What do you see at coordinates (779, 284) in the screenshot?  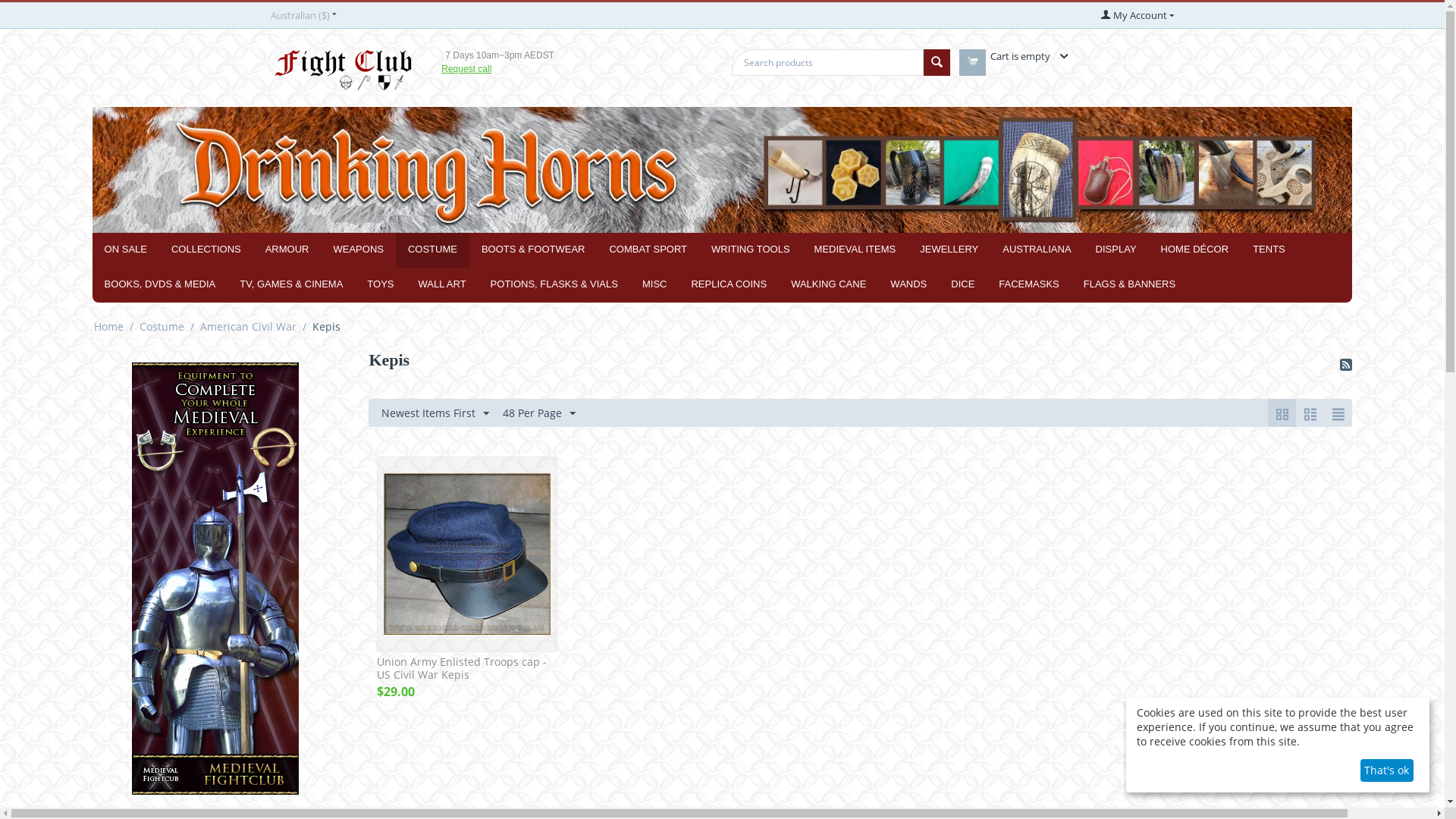 I see `'WALKING CANE'` at bounding box center [779, 284].